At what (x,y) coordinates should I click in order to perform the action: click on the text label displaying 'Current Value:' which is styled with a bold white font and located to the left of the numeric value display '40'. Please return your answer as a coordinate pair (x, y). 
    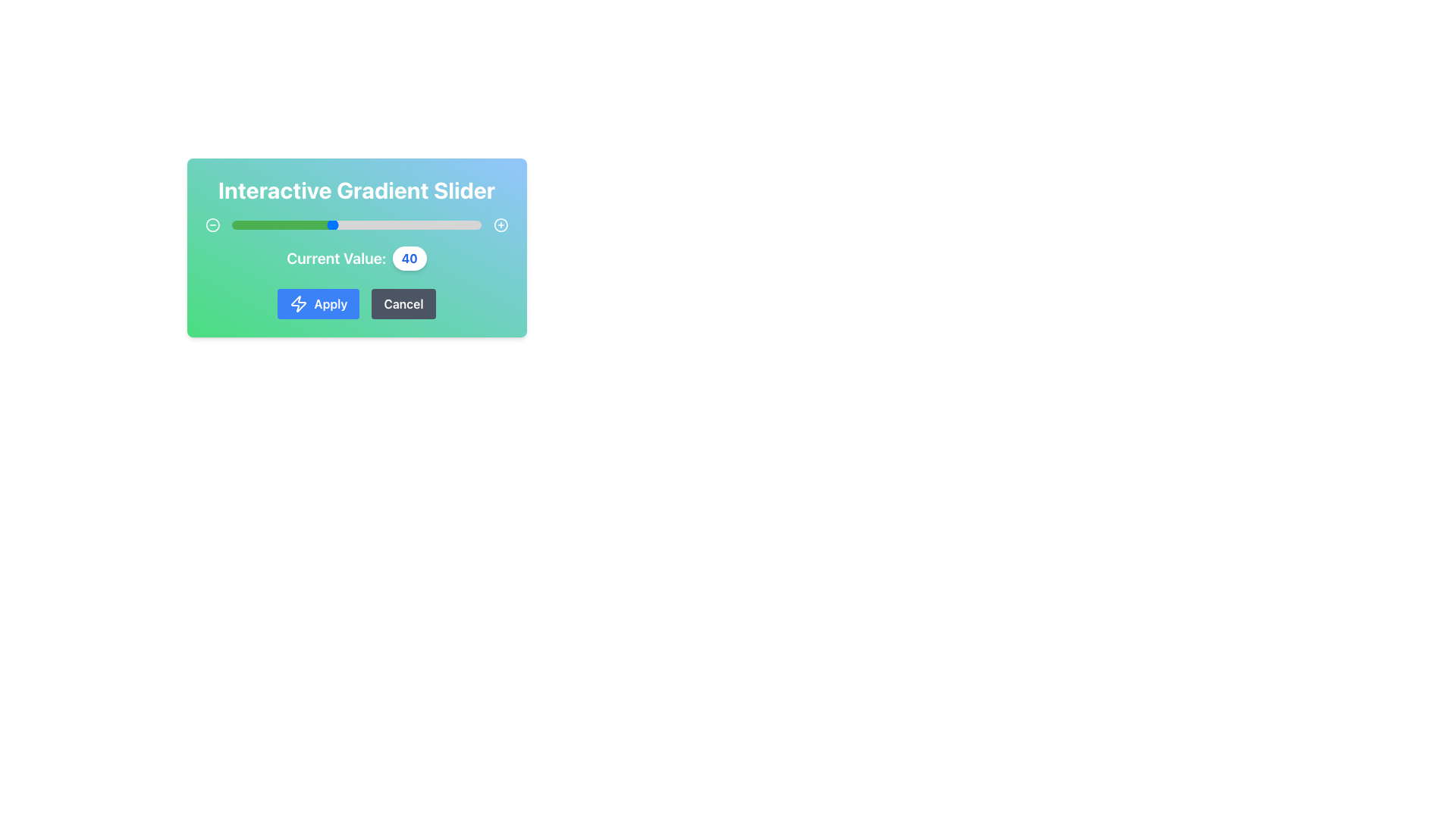
    Looking at the image, I should click on (335, 257).